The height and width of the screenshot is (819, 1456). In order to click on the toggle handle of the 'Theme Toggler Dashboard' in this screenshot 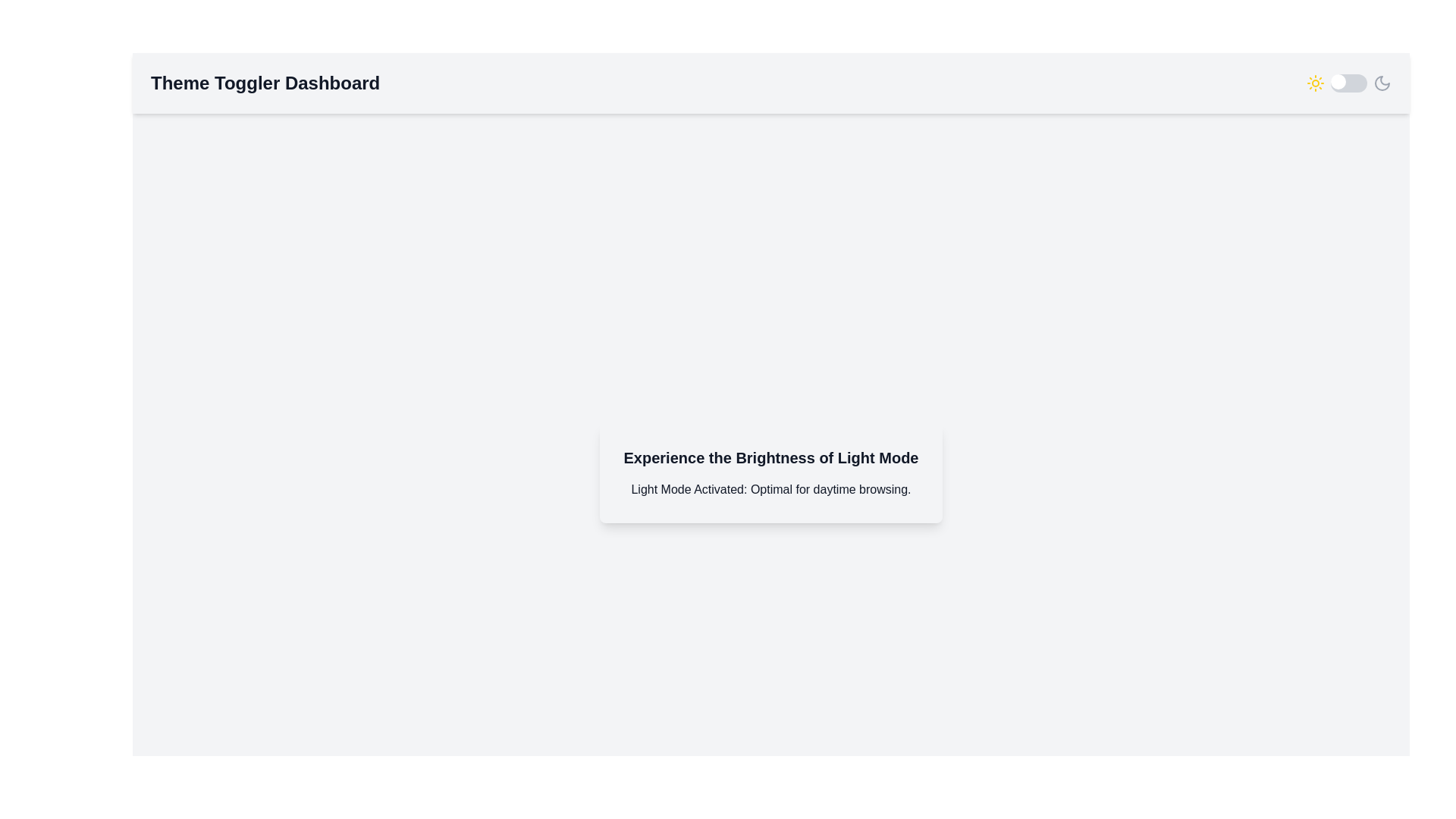, I will do `click(1349, 83)`.